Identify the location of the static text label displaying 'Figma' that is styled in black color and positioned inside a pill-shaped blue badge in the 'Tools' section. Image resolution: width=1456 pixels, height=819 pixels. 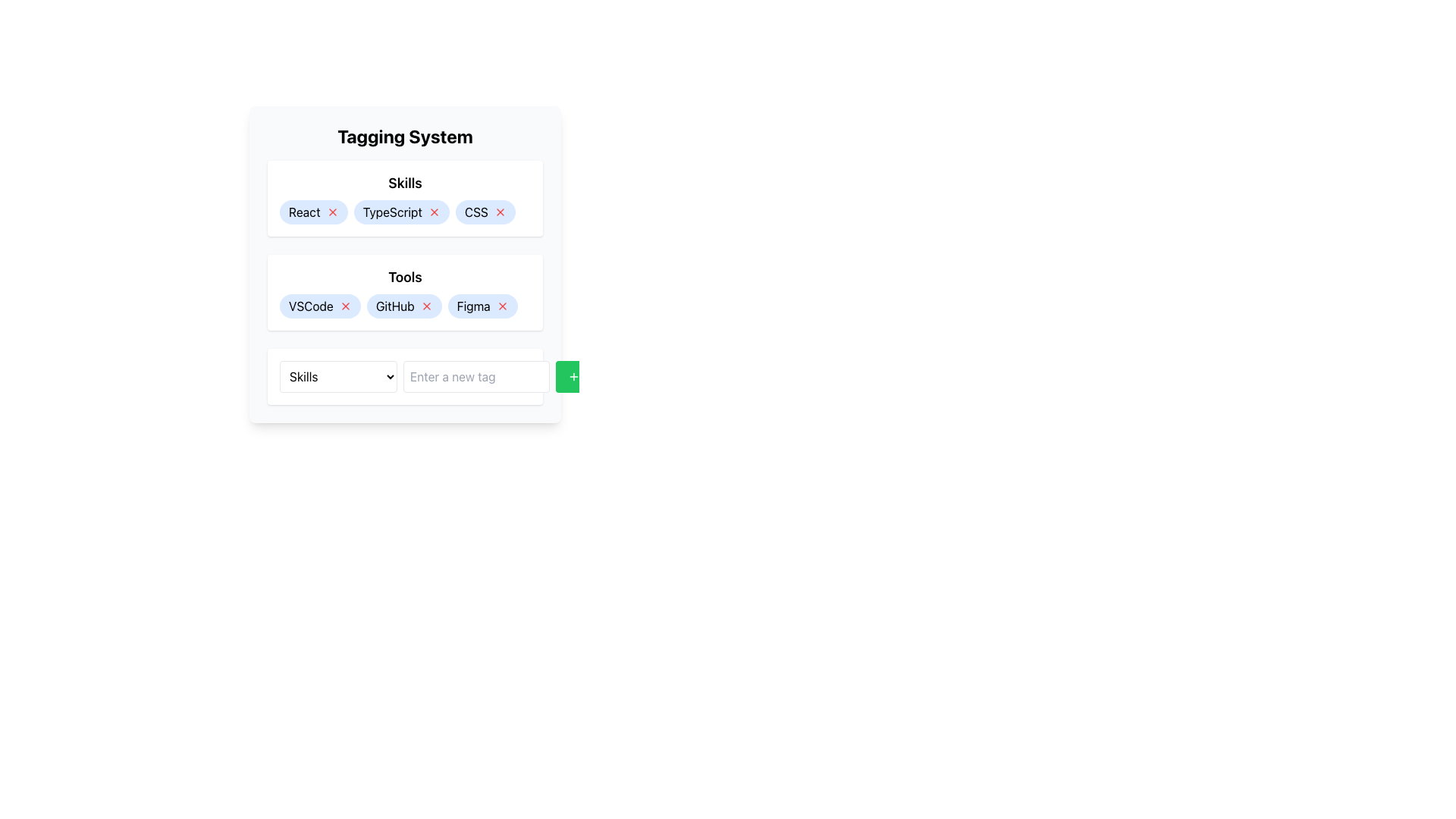
(472, 306).